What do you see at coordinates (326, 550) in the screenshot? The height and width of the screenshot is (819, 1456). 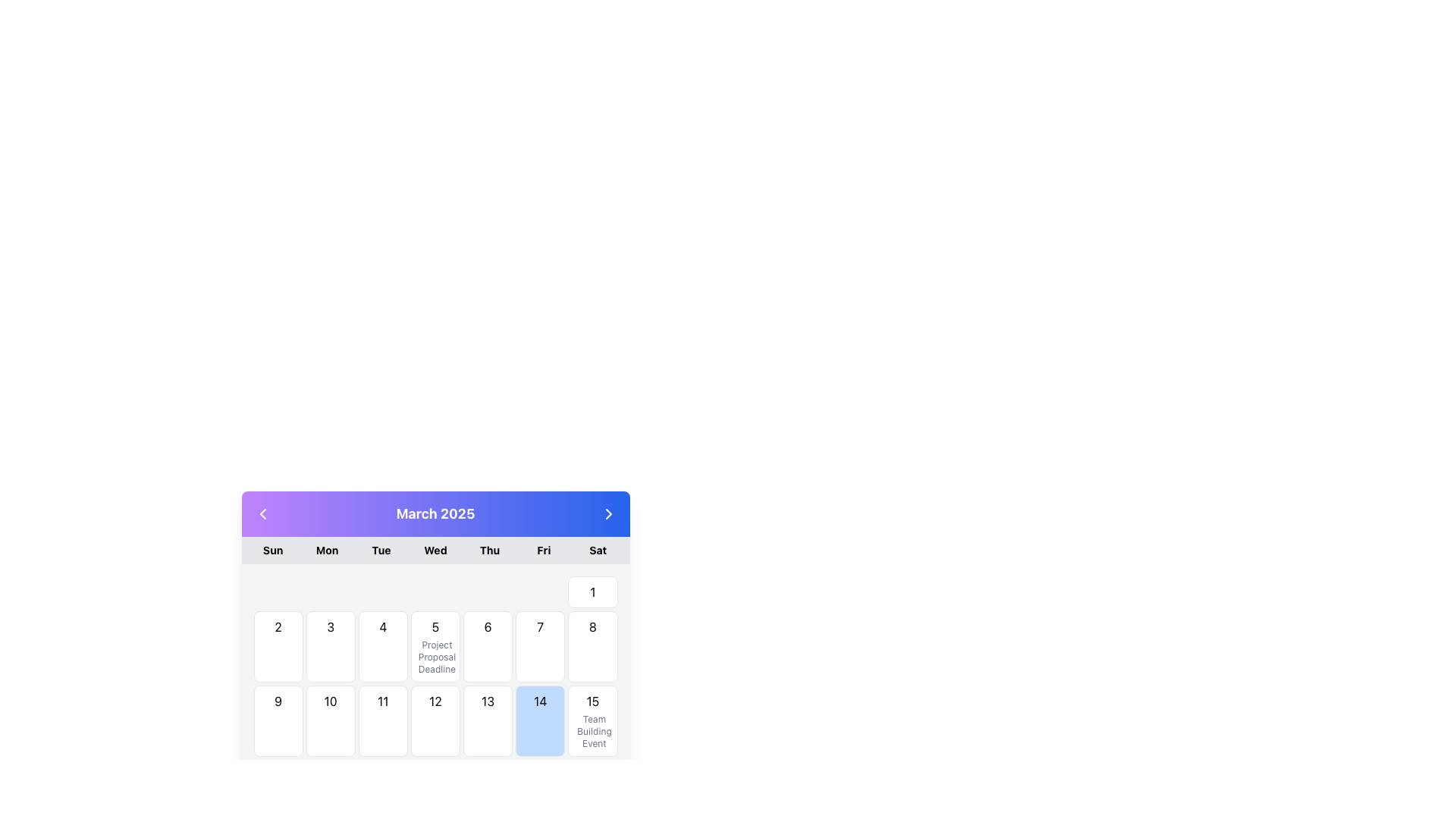 I see `the day name label in the calendar interface located in the second column below the header 'March 2025'` at bounding box center [326, 550].